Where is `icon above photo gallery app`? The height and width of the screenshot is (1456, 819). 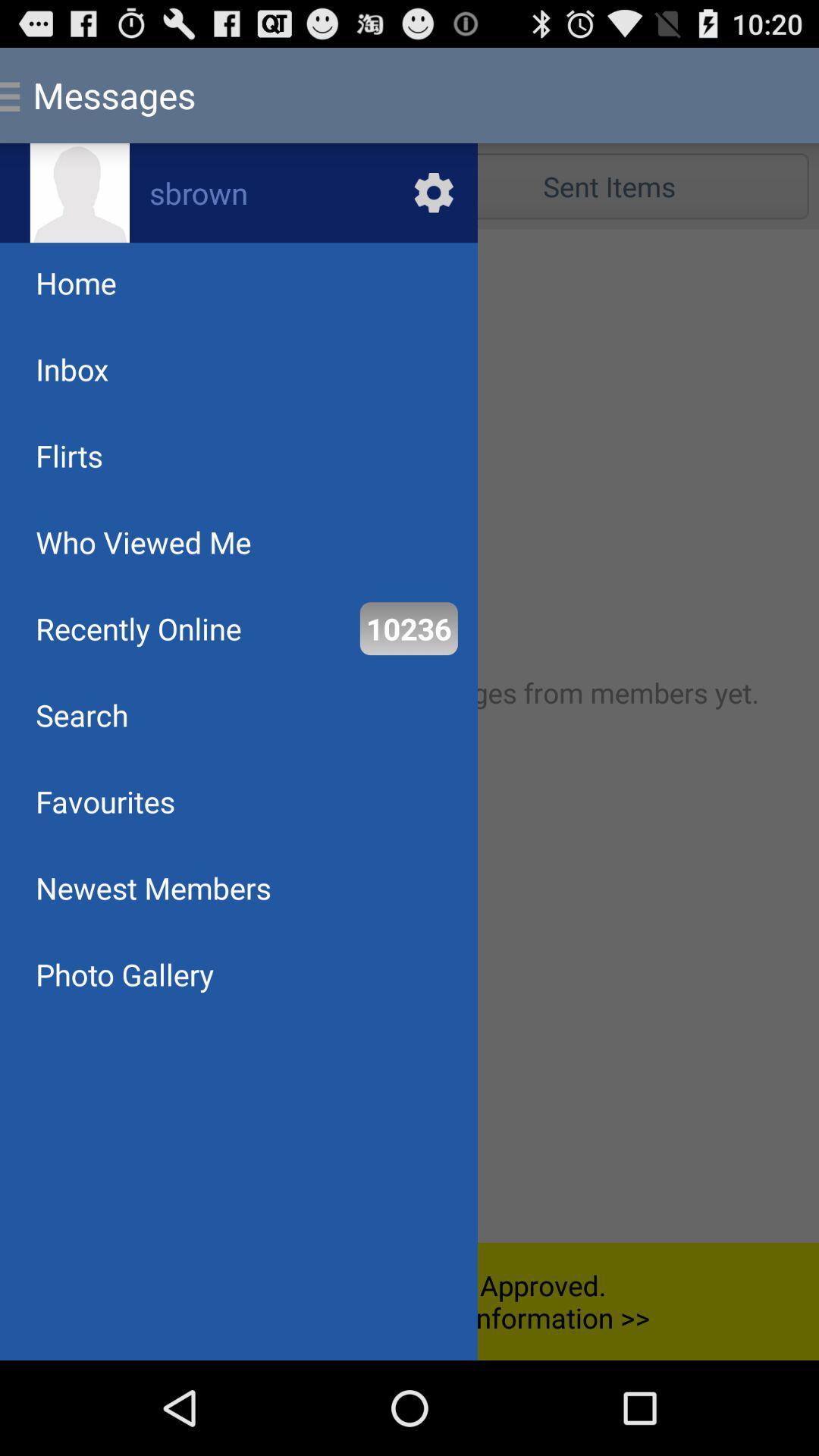
icon above photo gallery app is located at coordinates (153, 888).